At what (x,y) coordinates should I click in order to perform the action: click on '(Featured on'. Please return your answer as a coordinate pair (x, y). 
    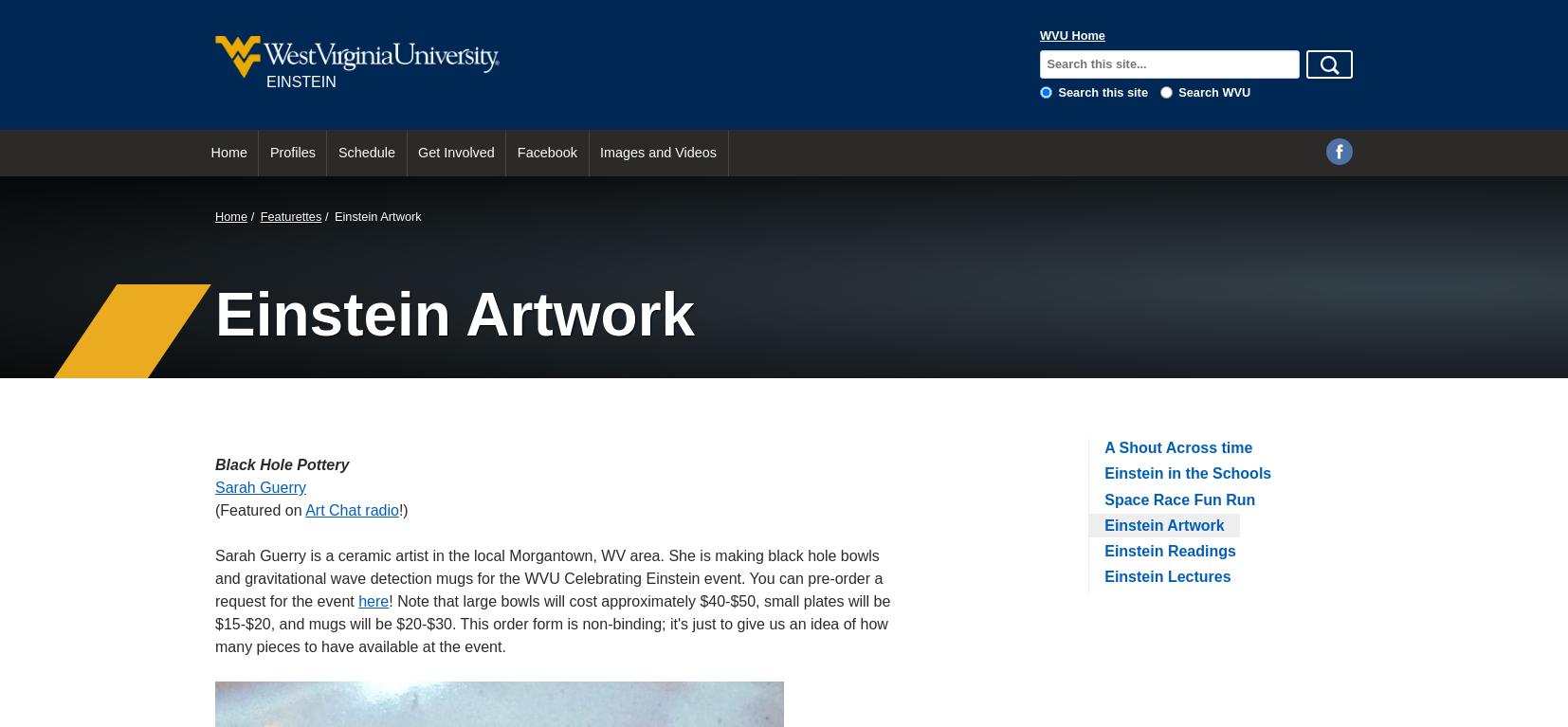
    Looking at the image, I should click on (259, 510).